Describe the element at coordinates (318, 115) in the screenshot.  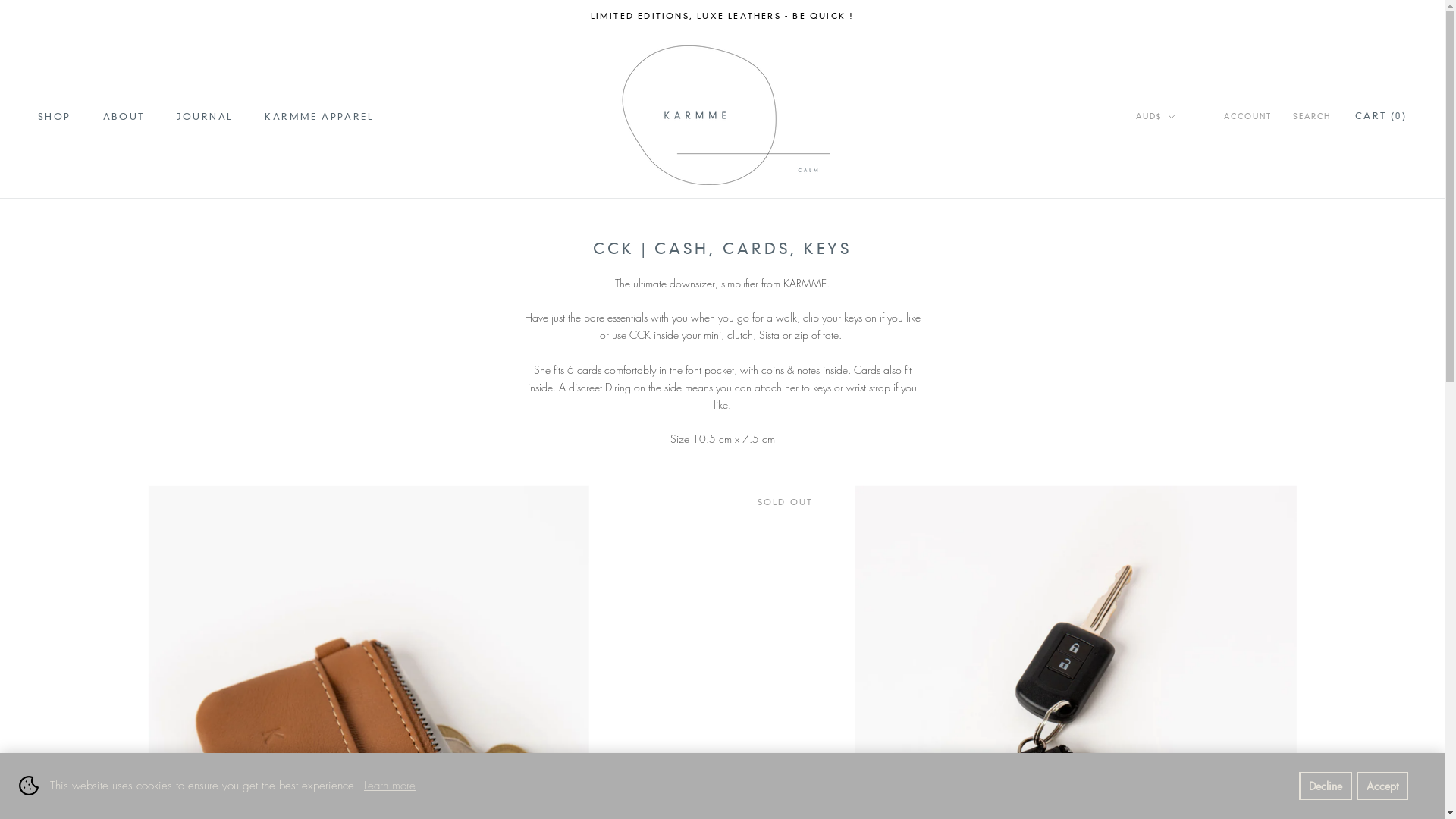
I see `'KARMME APPAREL` at that location.